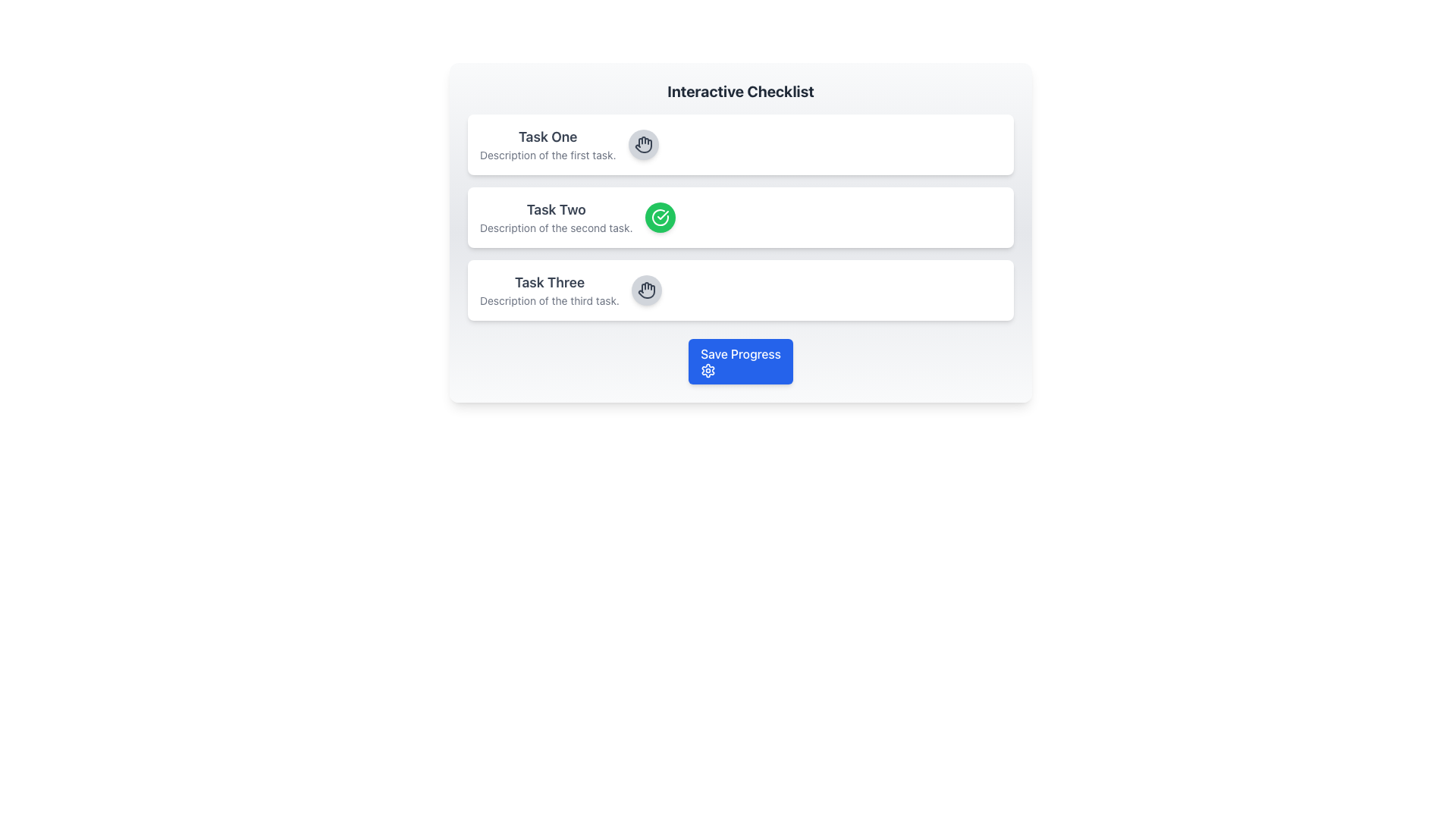 The width and height of the screenshot is (1456, 819). What do you see at coordinates (741, 145) in the screenshot?
I see `the first task item in the checklist, which displays the task title and description, and includes an action button for marking the task status` at bounding box center [741, 145].